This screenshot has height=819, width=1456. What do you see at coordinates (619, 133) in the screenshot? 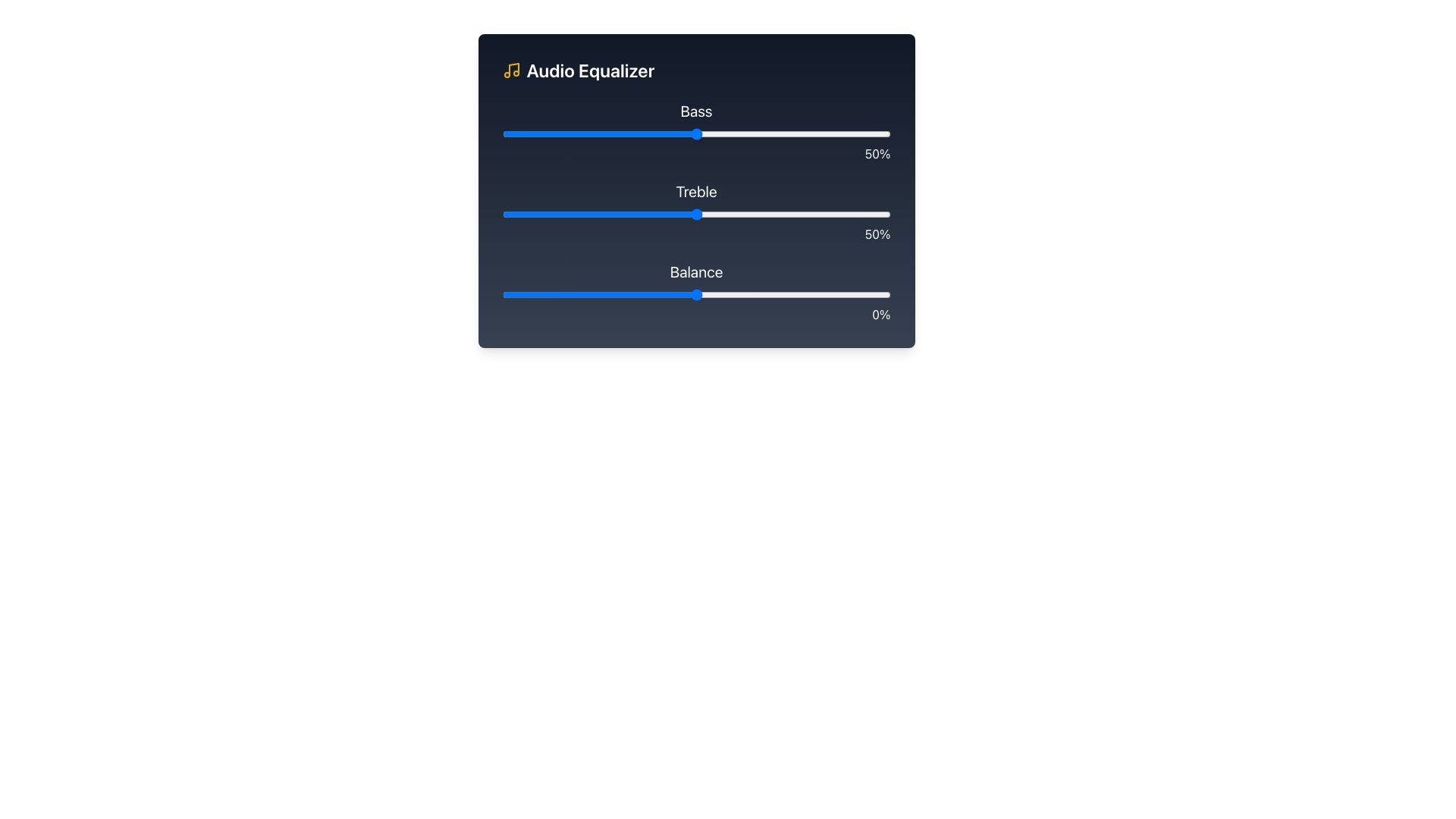
I see `the Bass level` at bounding box center [619, 133].